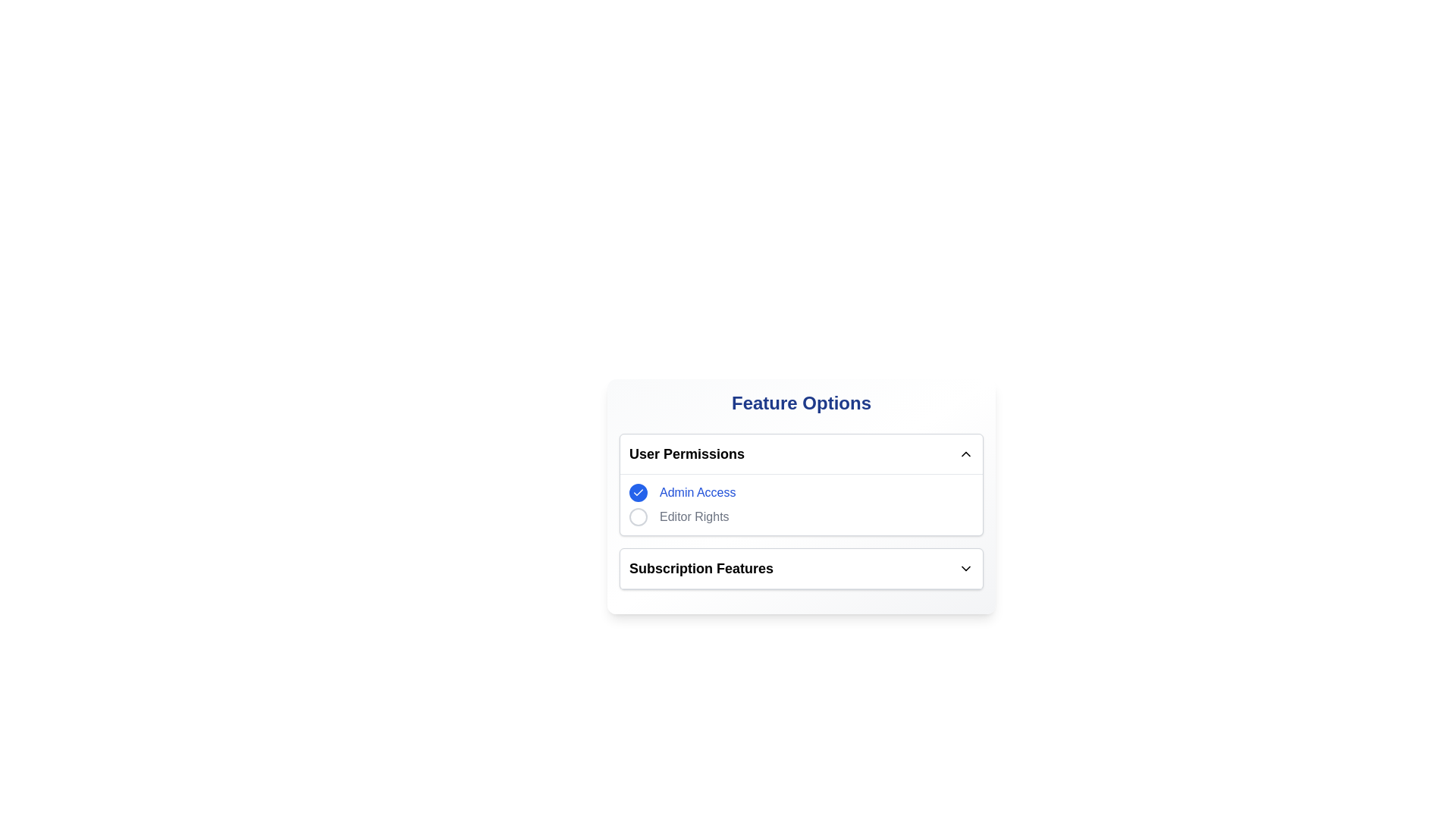  What do you see at coordinates (697, 493) in the screenshot?
I see `text 'Admin Access' from the Text label element styled in blue, positioned in the 'User Permissions' section next to a blue circular icon` at bounding box center [697, 493].